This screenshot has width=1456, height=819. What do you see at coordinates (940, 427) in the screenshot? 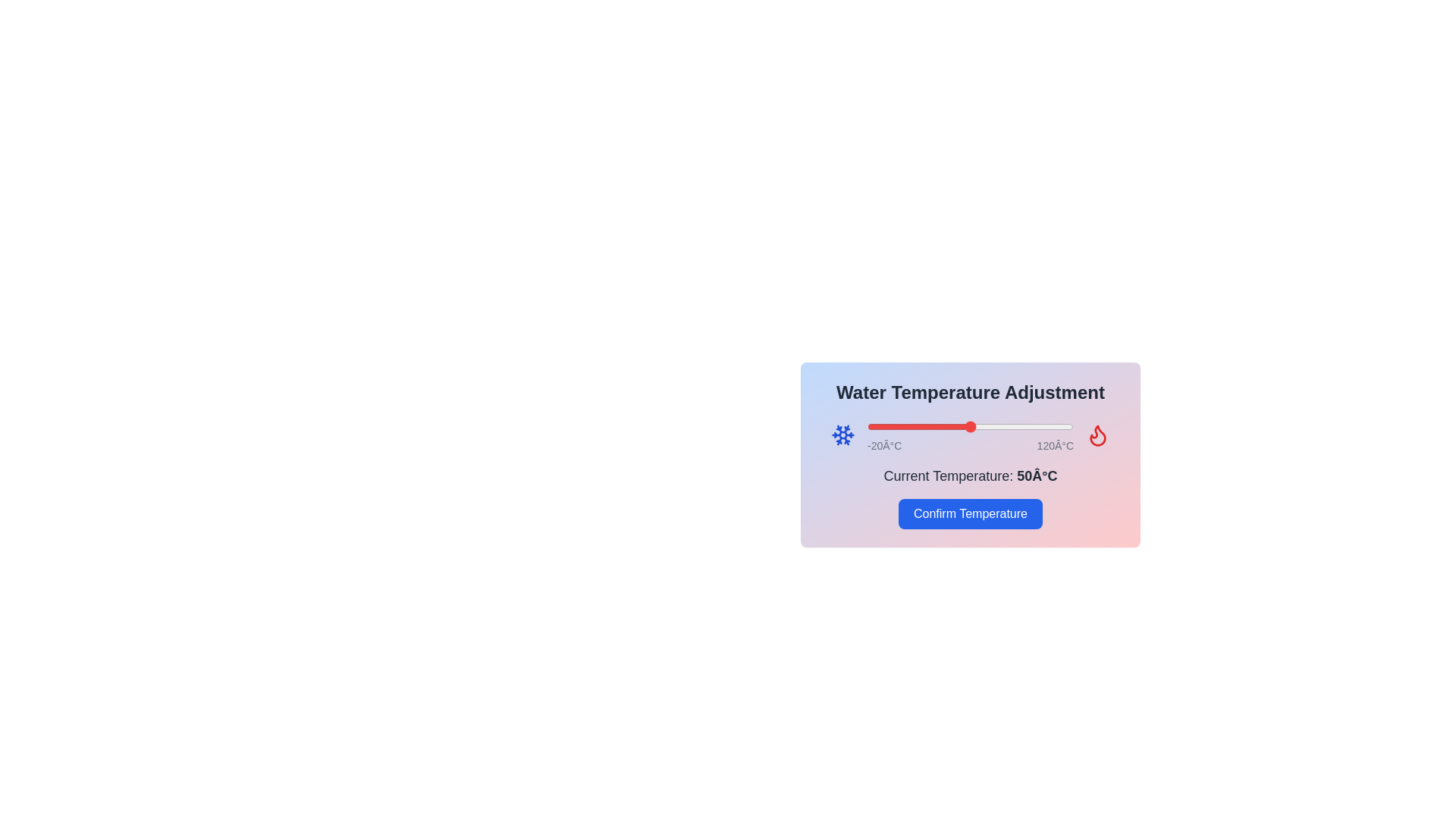
I see `the temperature slider to 30°C` at bounding box center [940, 427].